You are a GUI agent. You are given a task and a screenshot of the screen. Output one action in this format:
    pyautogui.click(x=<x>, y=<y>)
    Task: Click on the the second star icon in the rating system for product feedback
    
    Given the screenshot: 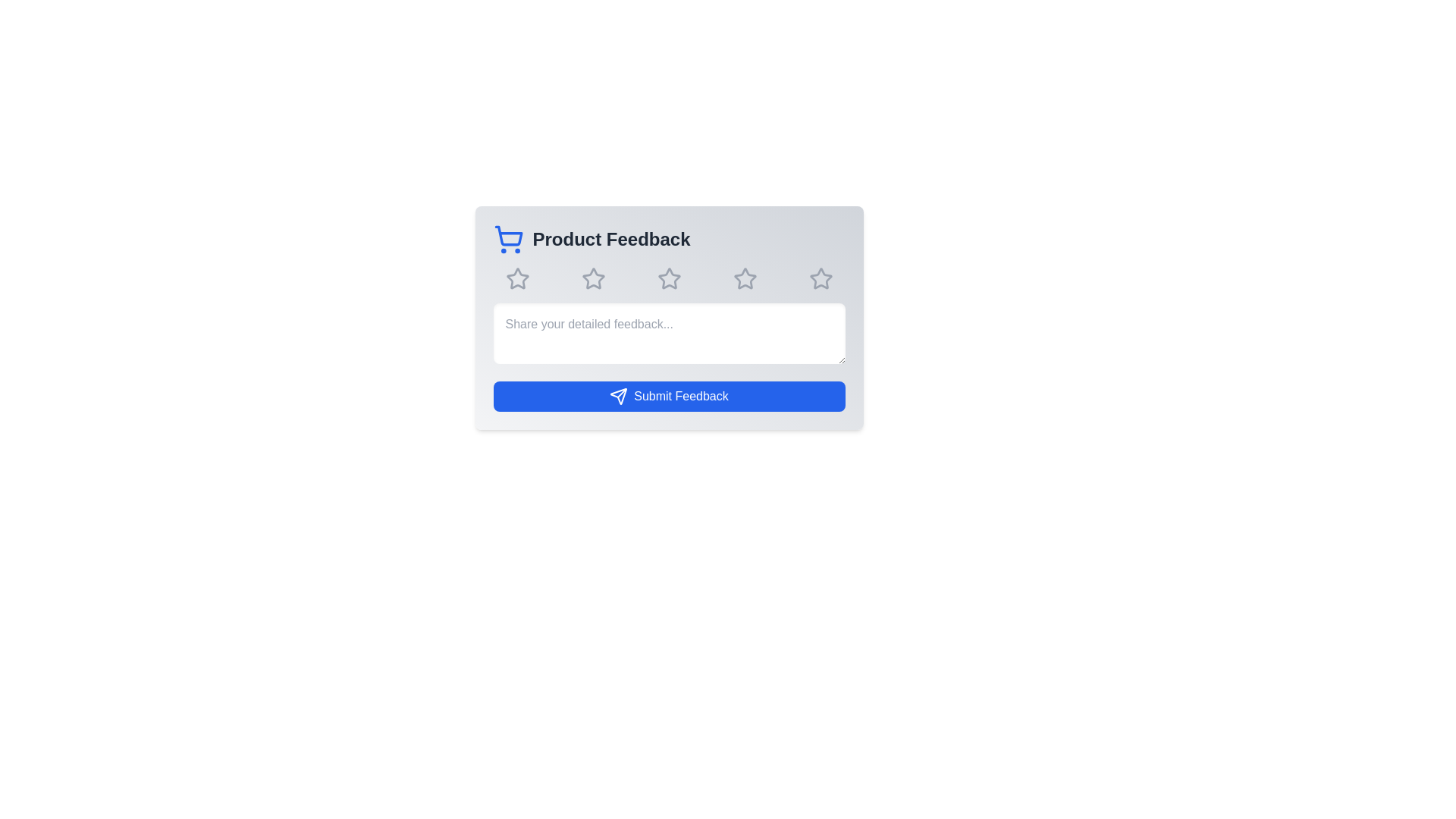 What is the action you would take?
    pyautogui.click(x=592, y=278)
    